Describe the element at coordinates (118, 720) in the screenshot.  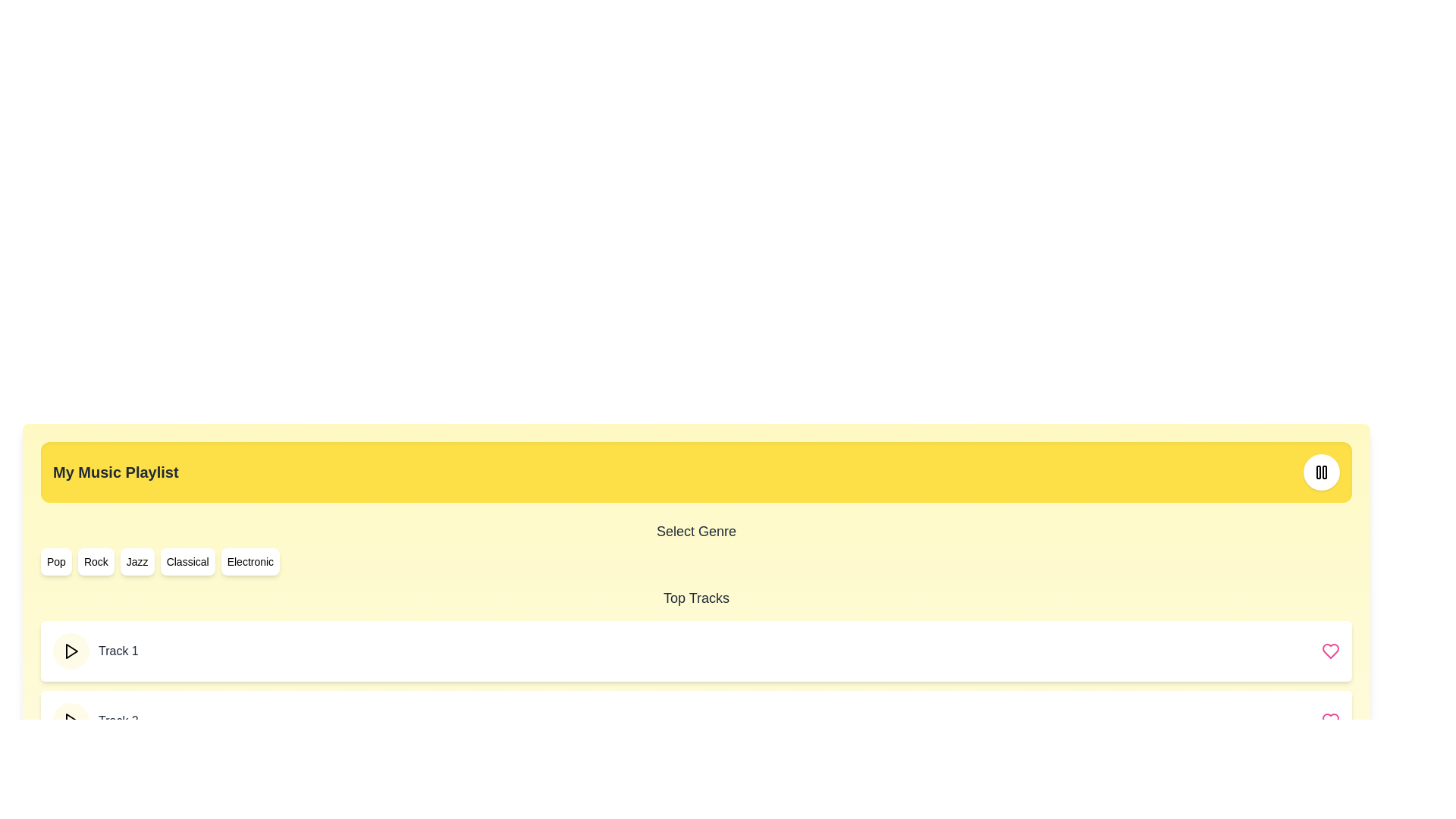
I see `the descriptive text label for the music track, which is positioned to the right of the circular play button within the playlist` at that location.